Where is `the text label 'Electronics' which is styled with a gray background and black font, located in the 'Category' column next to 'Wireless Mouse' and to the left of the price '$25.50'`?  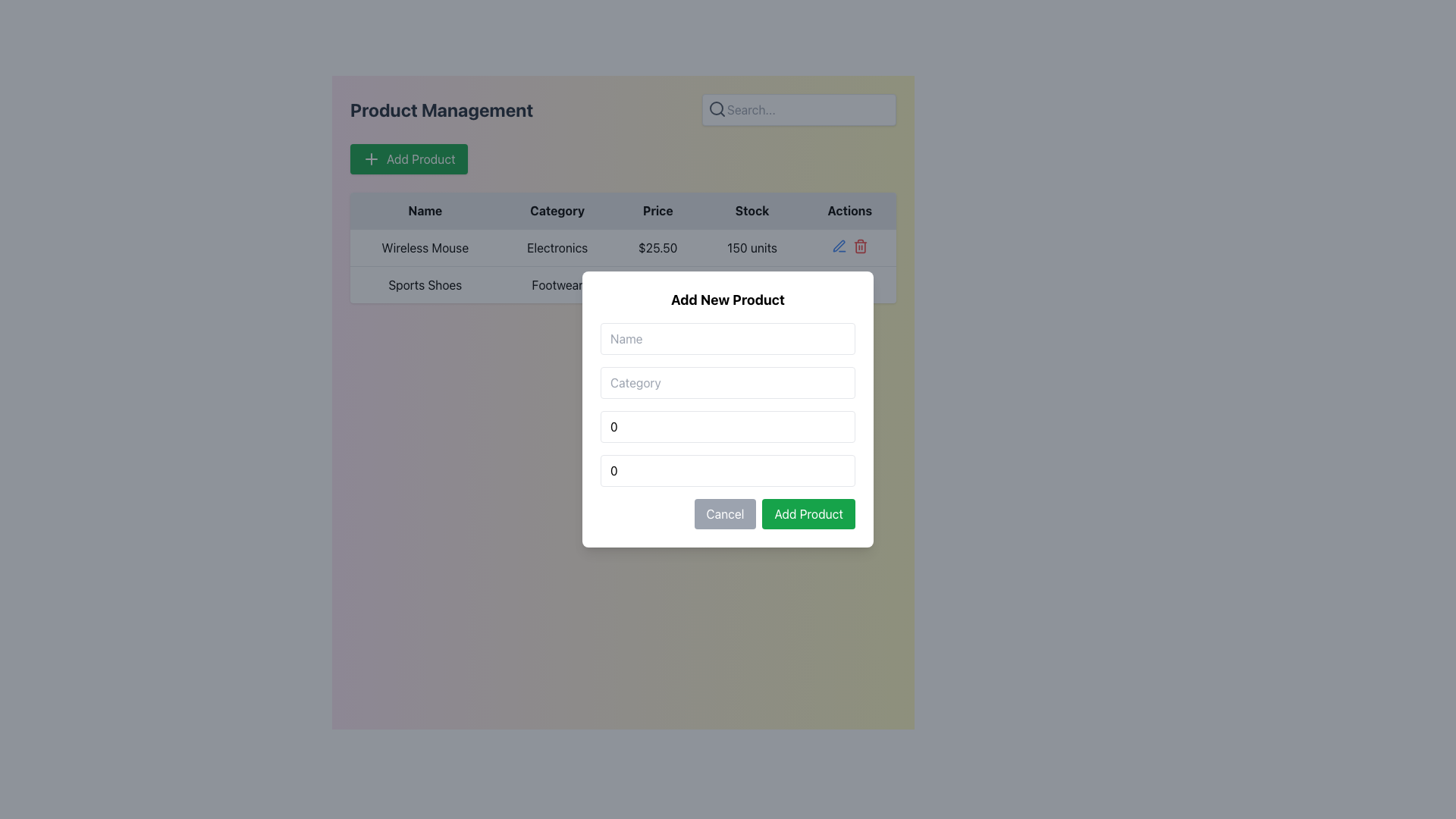
the text label 'Electronics' which is styled with a gray background and black font, located in the 'Category' column next to 'Wireless Mouse' and to the left of the price '$25.50' is located at coordinates (557, 247).